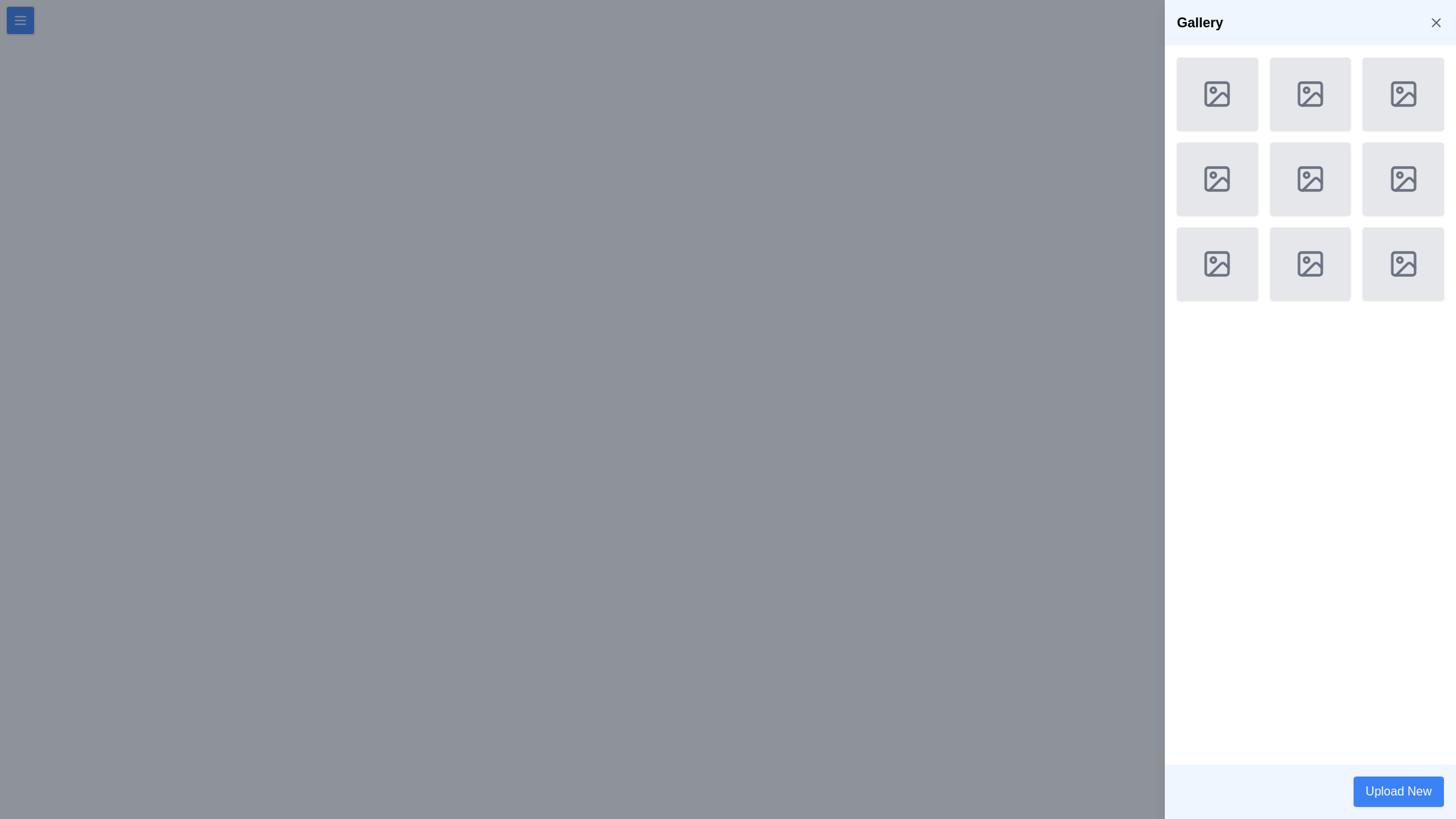 This screenshot has width=1456, height=819. I want to click on the SVG rectangle that serves as a visual component of an image icon in the 'Gallery' section, located in the third column and third row of the grid layout, so click(1310, 177).